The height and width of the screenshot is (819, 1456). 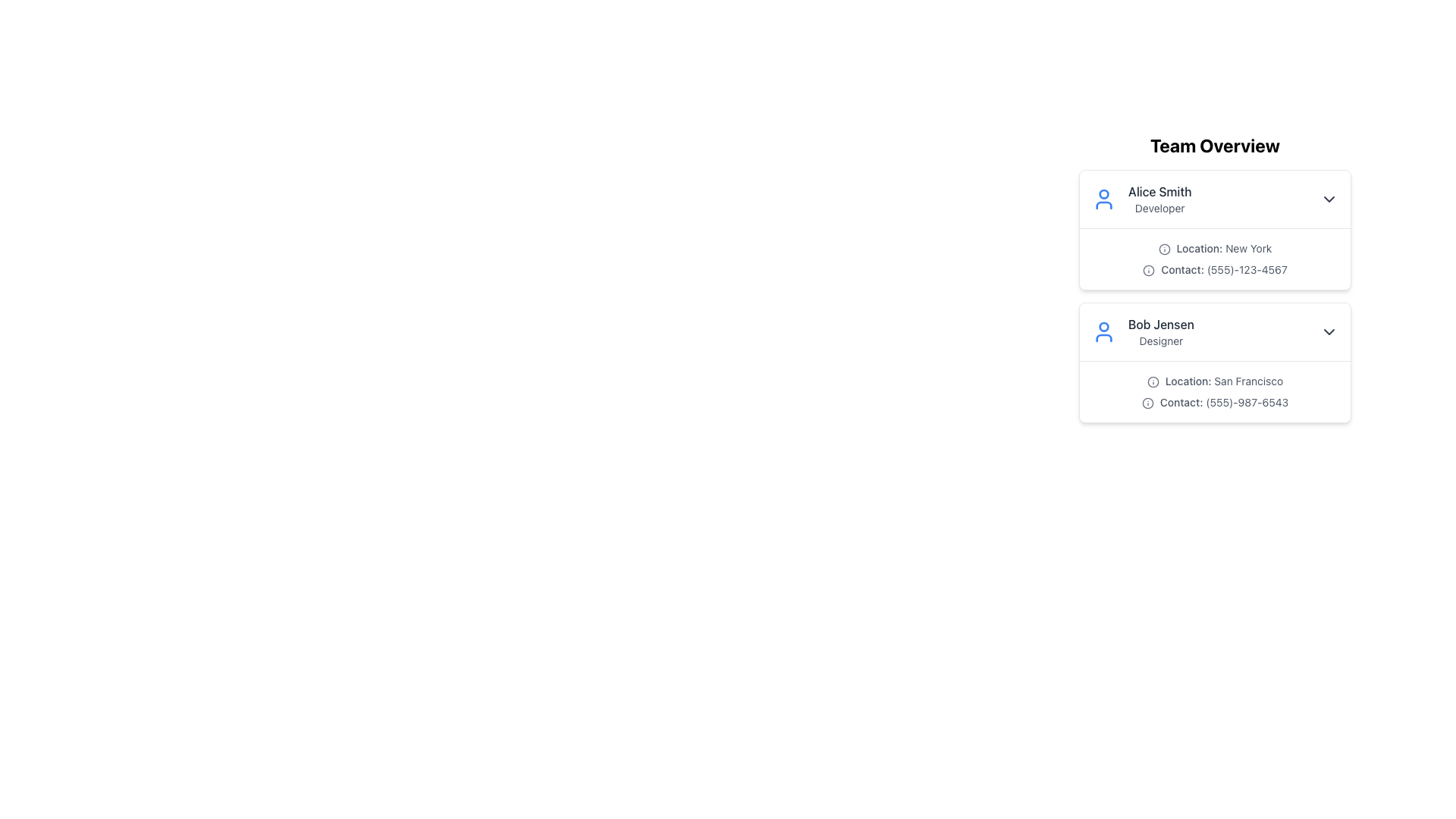 What do you see at coordinates (1160, 324) in the screenshot?
I see `text content of the text label displaying 'Bob Jensen', which is a prominent dark gray label positioned at the top of the card` at bounding box center [1160, 324].